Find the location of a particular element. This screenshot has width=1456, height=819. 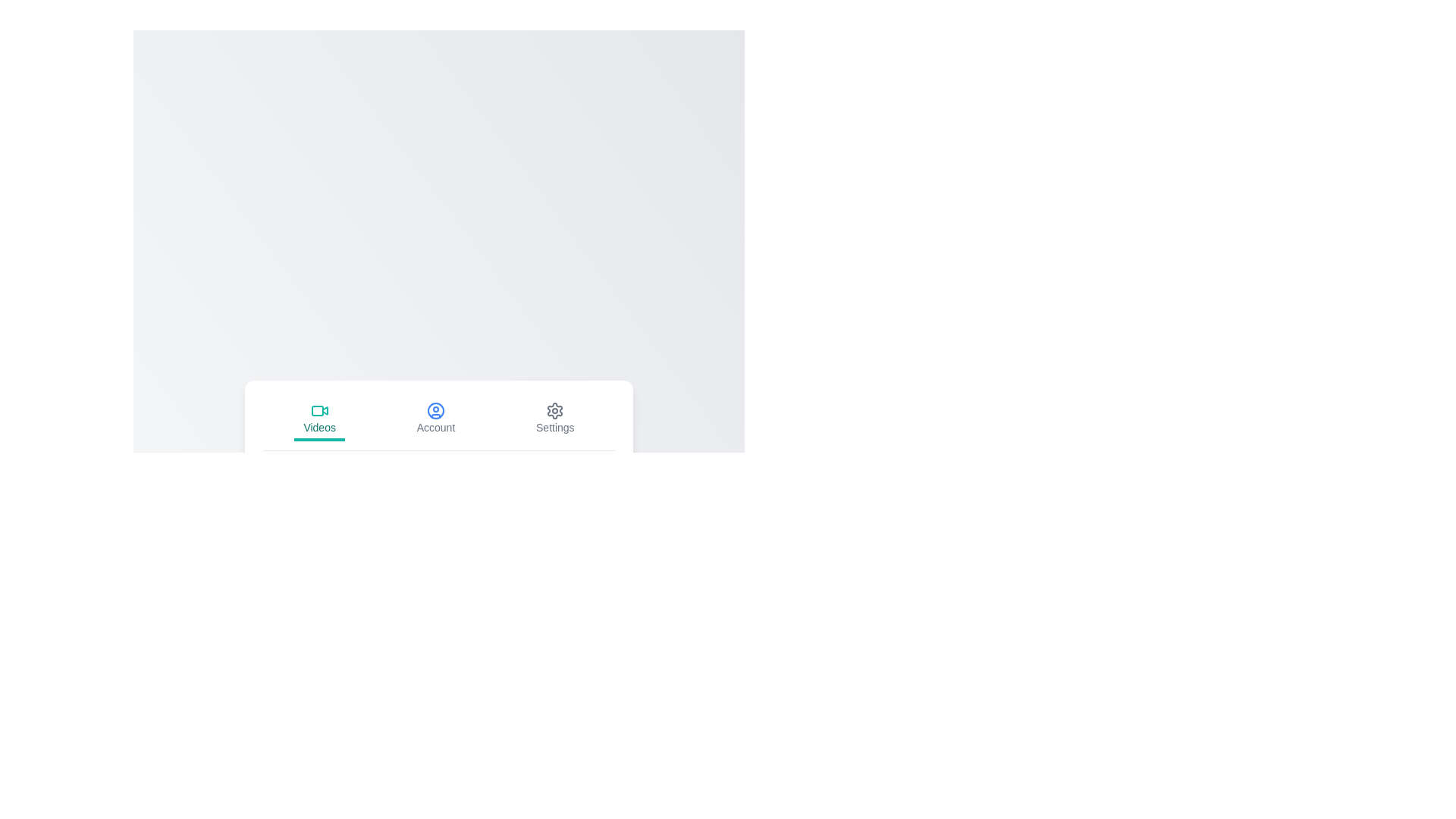

the icon of the Account tab to select it is located at coordinates (435, 410).